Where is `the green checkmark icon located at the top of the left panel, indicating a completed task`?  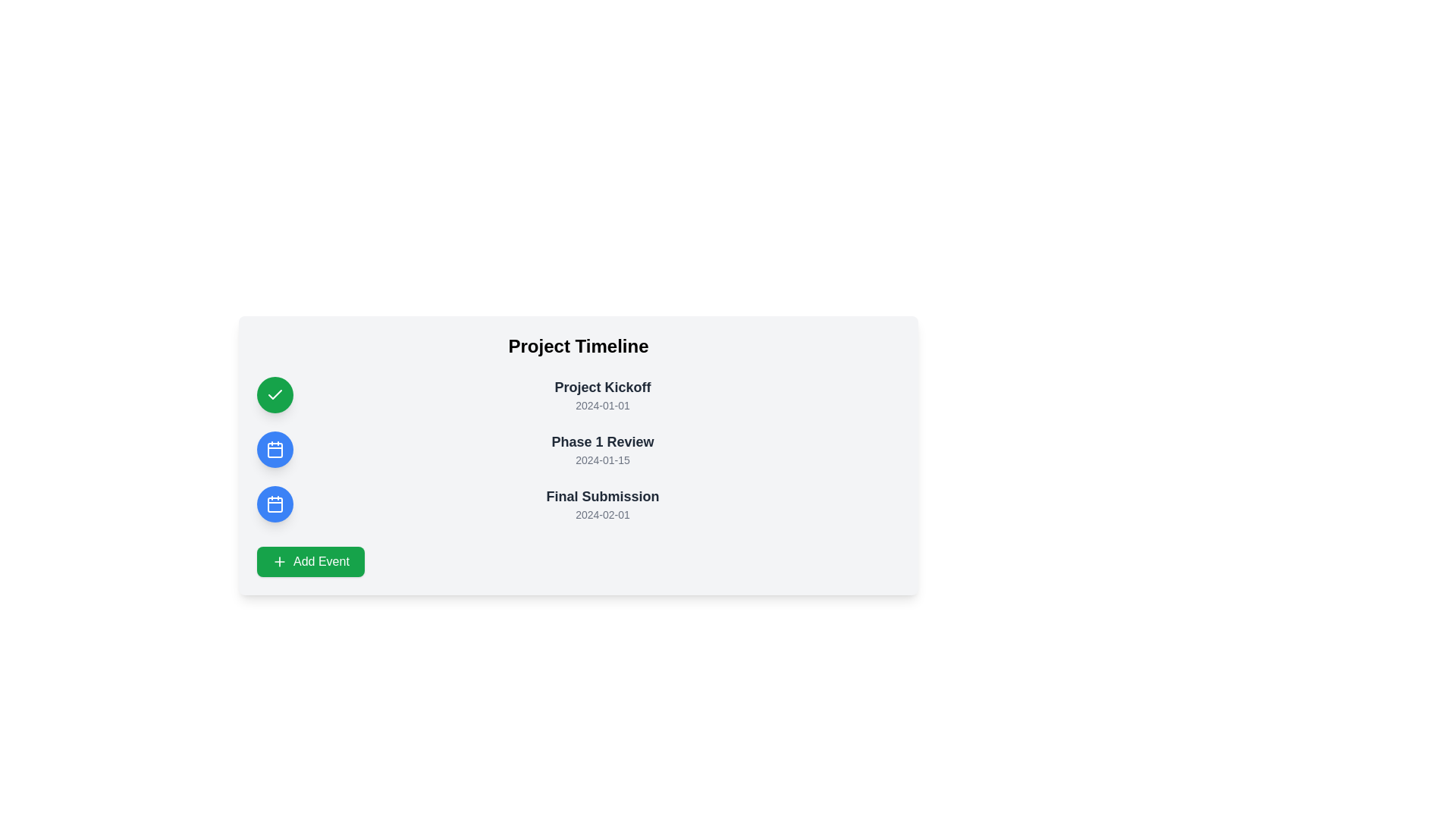 the green checkmark icon located at the top of the left panel, indicating a completed task is located at coordinates (275, 394).